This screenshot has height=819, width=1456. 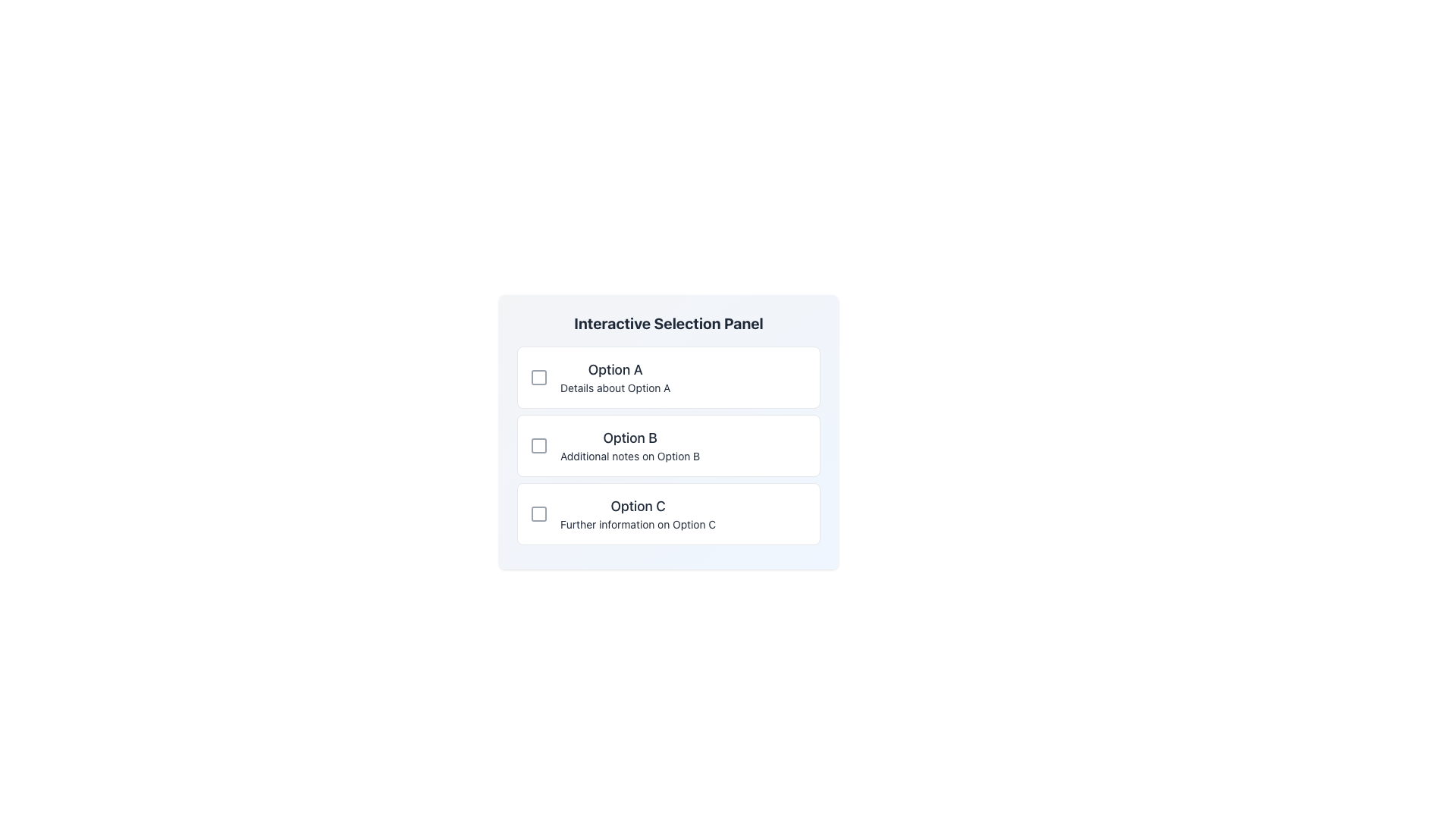 I want to click on the small graphical rectangle with rounded corners associated with 'Option C' located to the left of the text label in the last row of the vertical list of options, so click(x=538, y=513).